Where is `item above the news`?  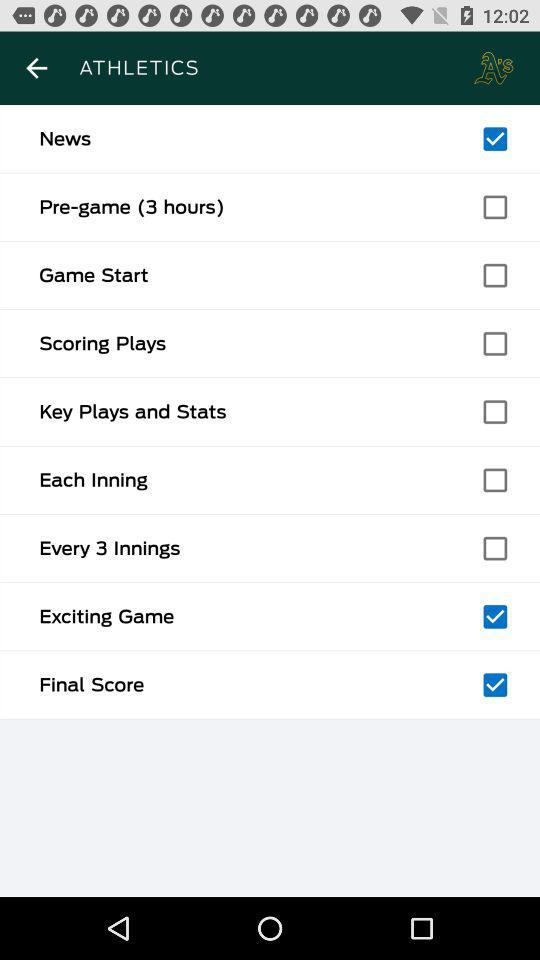
item above the news is located at coordinates (36, 68).